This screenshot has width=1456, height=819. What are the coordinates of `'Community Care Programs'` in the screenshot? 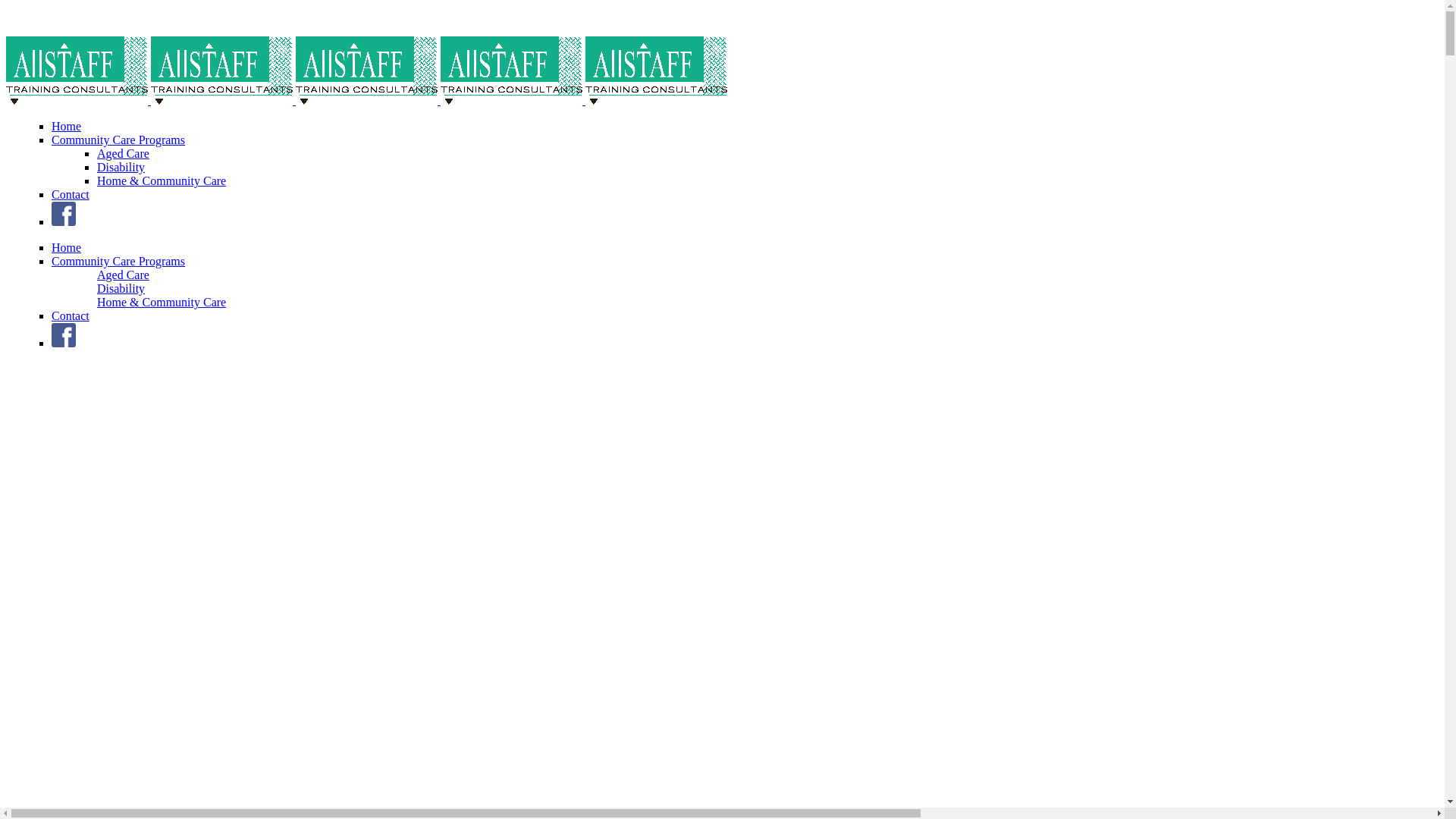 It's located at (117, 260).